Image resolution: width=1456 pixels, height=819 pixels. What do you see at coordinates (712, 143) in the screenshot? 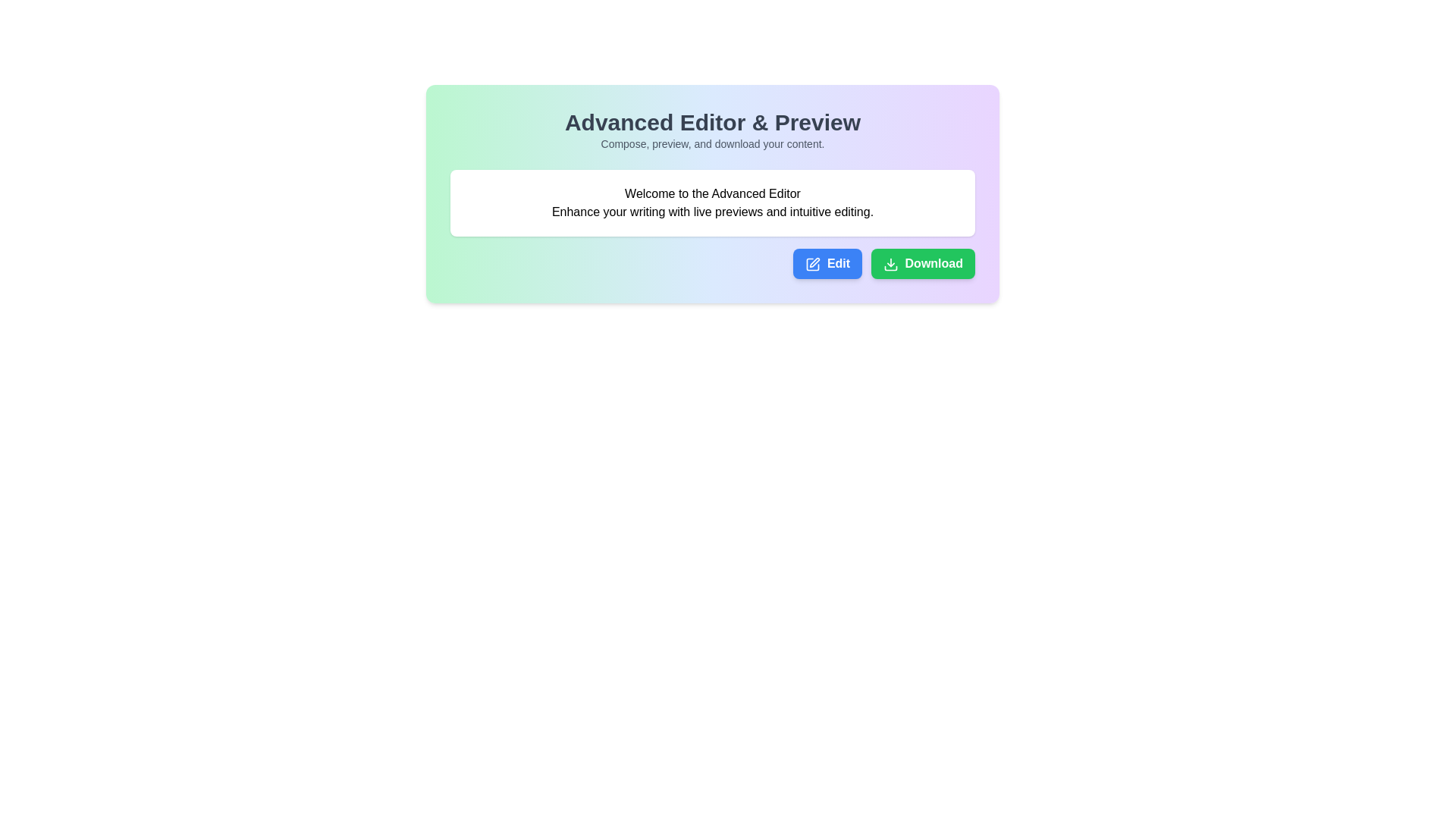
I see `the text element displaying 'Compose, preview, and download your content.' which is styled in a small, gray font and positioned below 'Advanced Editor & Preview'` at bounding box center [712, 143].